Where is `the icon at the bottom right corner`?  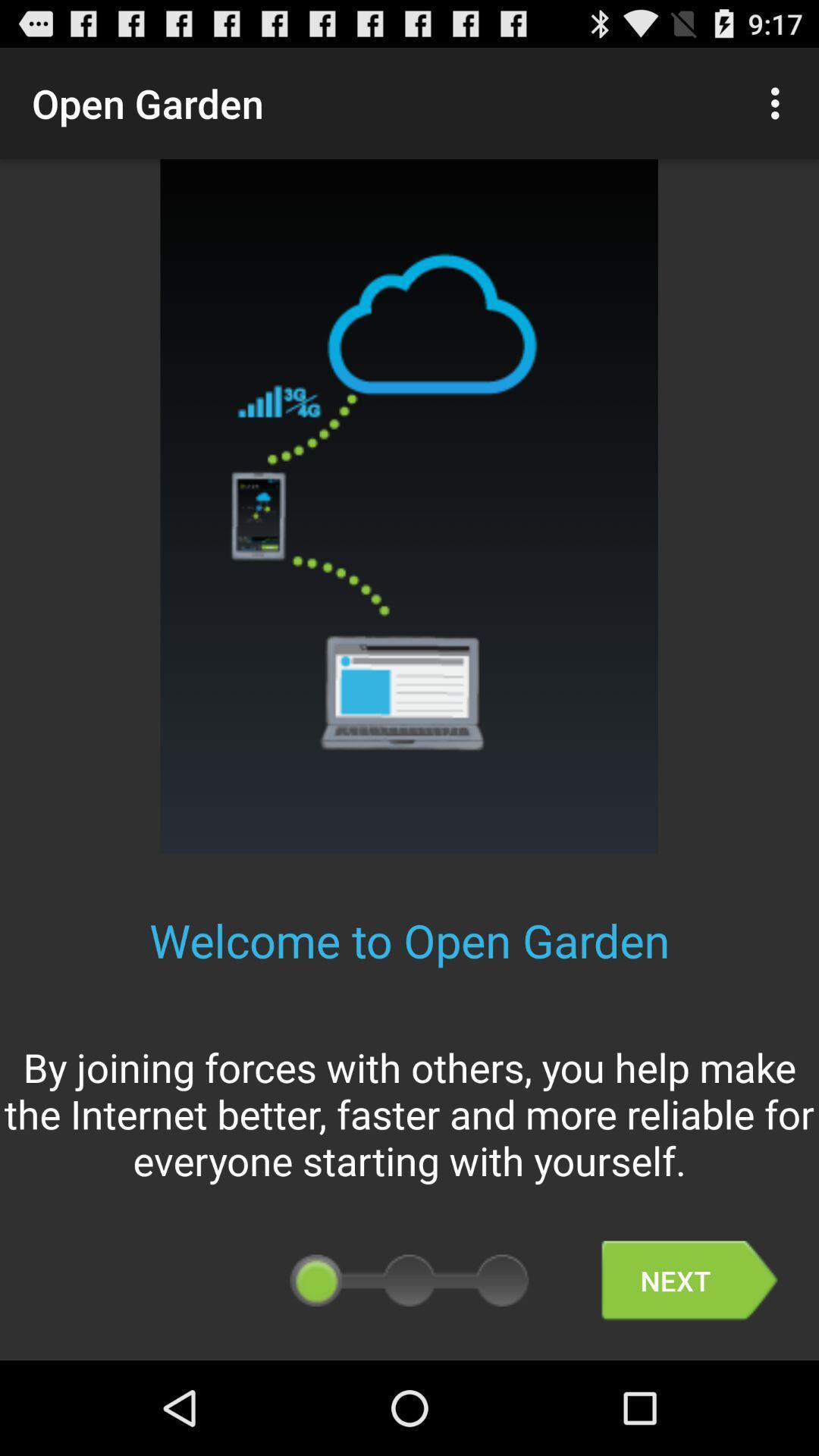
the icon at the bottom right corner is located at coordinates (689, 1280).